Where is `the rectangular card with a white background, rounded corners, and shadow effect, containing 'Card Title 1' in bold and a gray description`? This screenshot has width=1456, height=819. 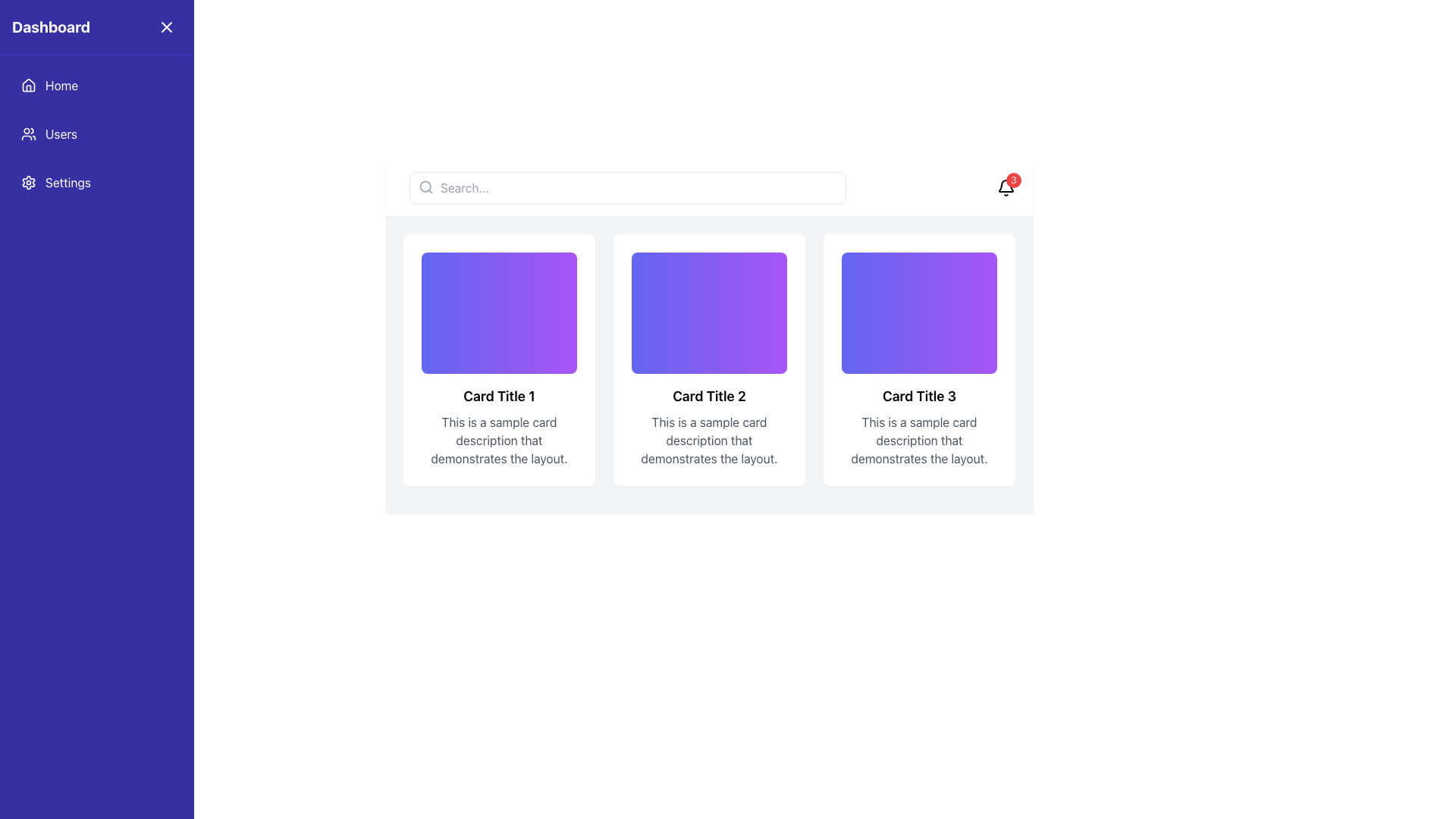
the rectangular card with a white background, rounded corners, and shadow effect, containing 'Card Title 1' in bold and a gray description is located at coordinates (499, 359).